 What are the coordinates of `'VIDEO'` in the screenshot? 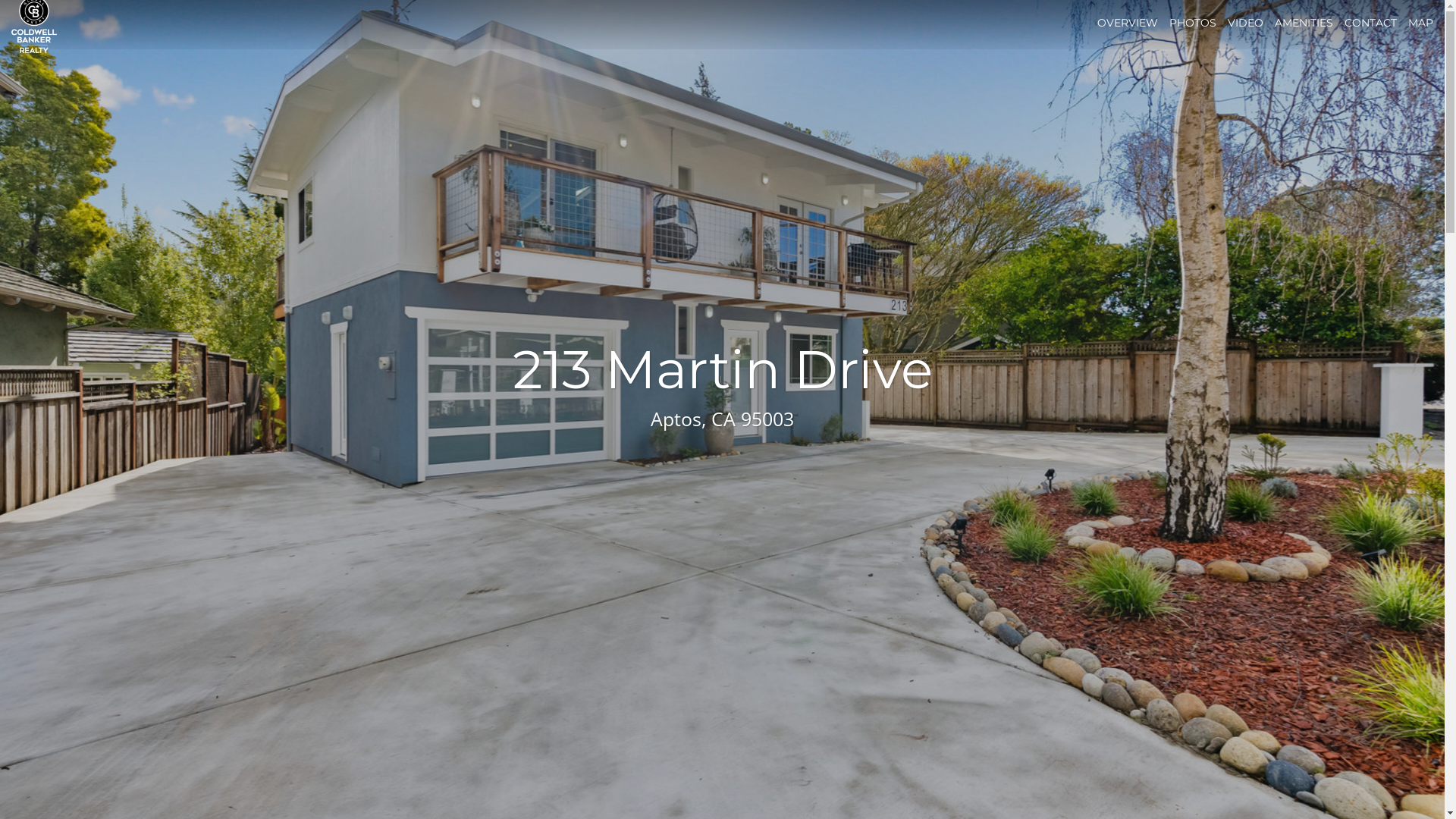 It's located at (1245, 23).